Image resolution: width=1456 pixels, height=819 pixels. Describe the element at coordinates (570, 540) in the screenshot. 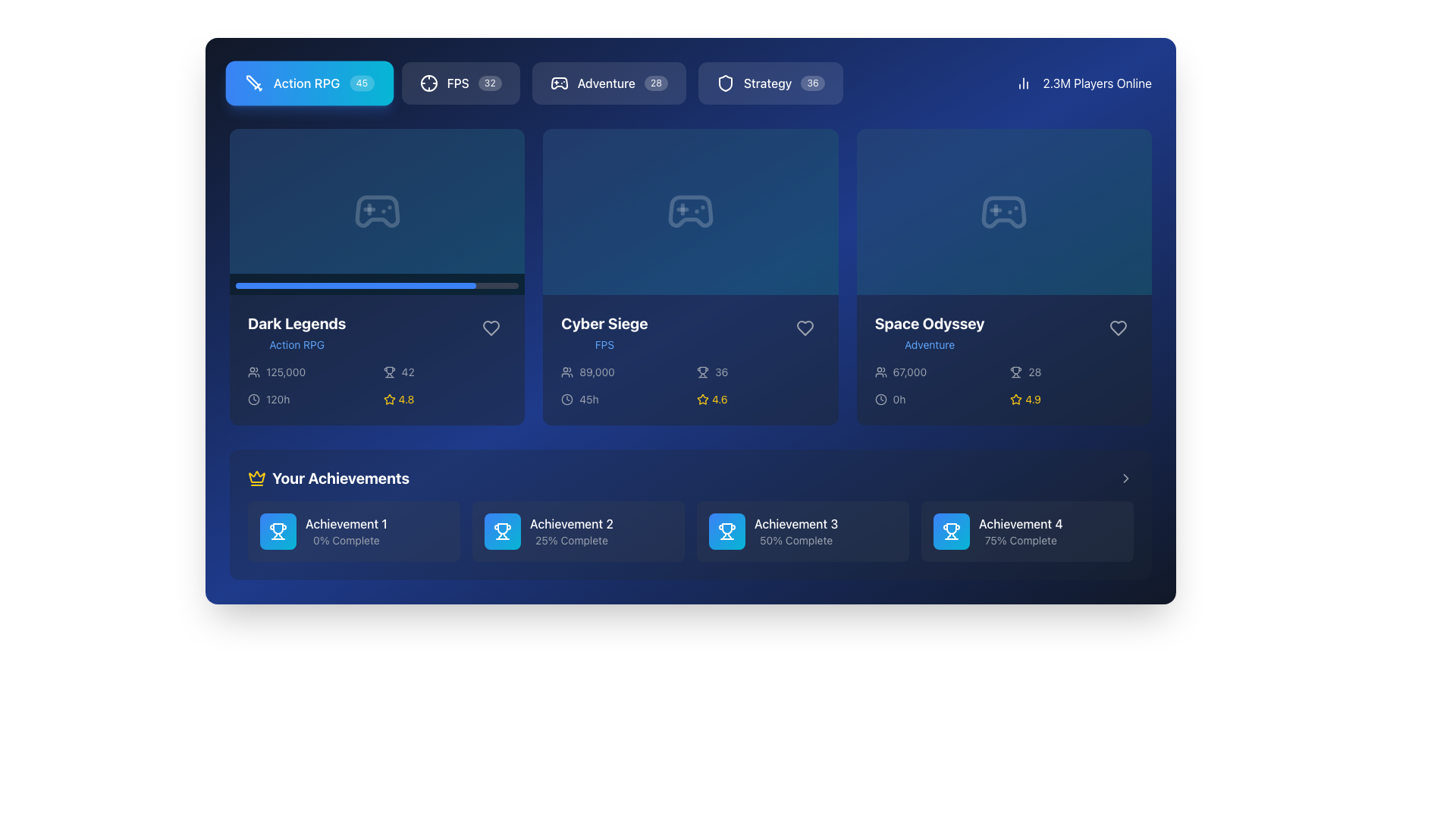

I see `the static text label indicating the progress percentage of 'Achievement 2' completion, located just below the title 'Achievement 2' within its card` at that location.